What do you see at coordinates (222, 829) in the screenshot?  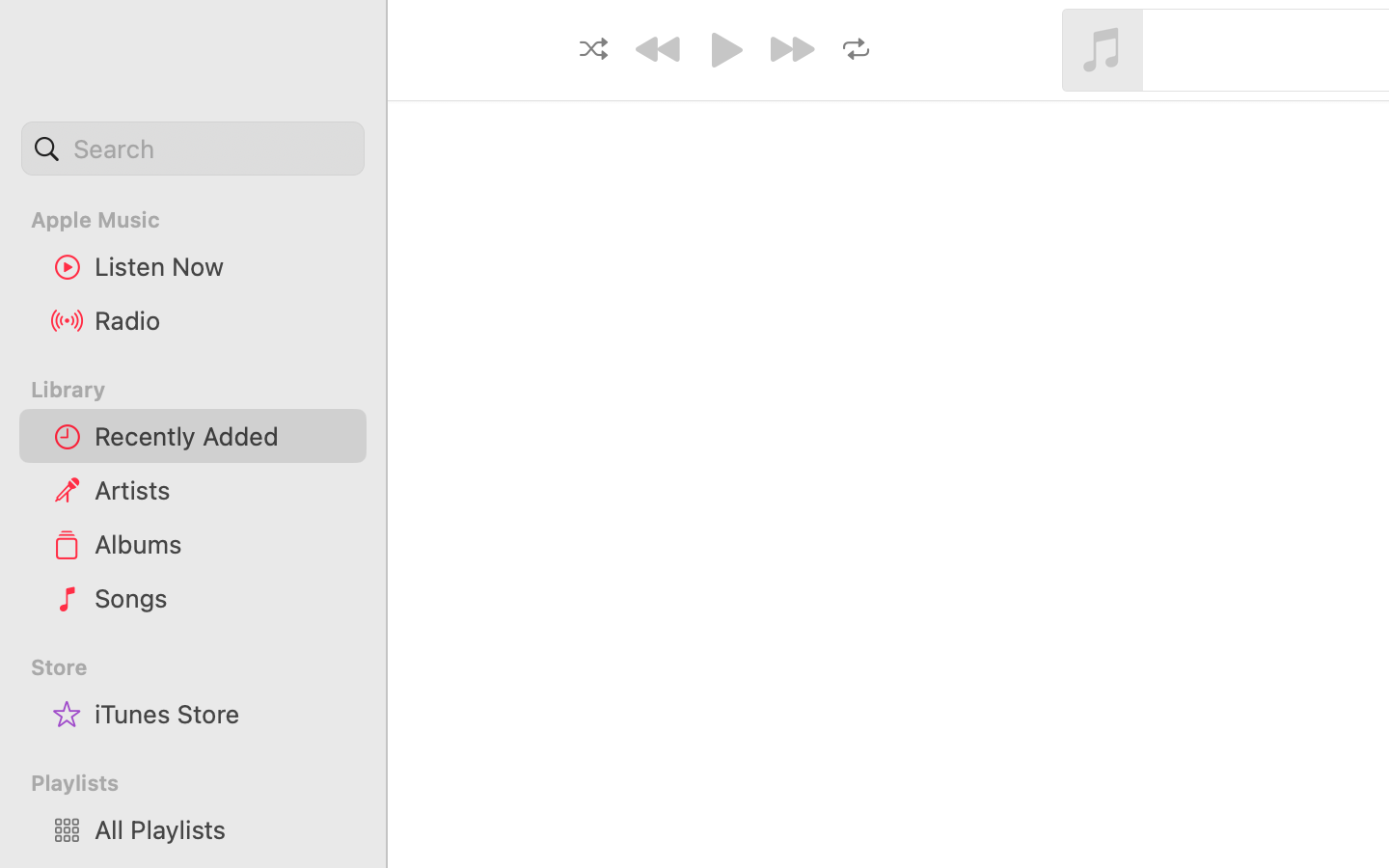 I see `'All Playlists'` at bounding box center [222, 829].